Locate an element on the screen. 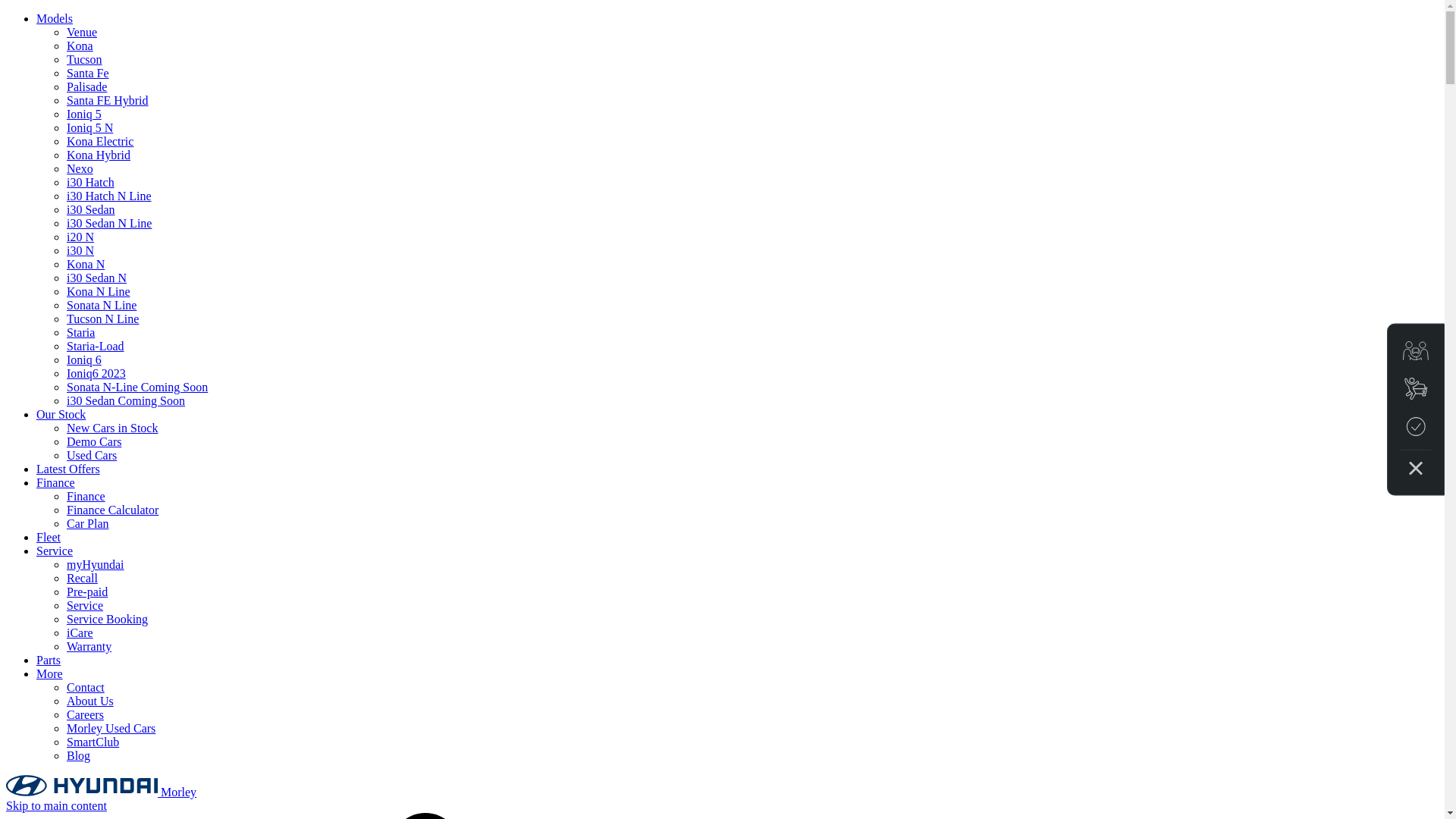  'Blog' is located at coordinates (77, 755).